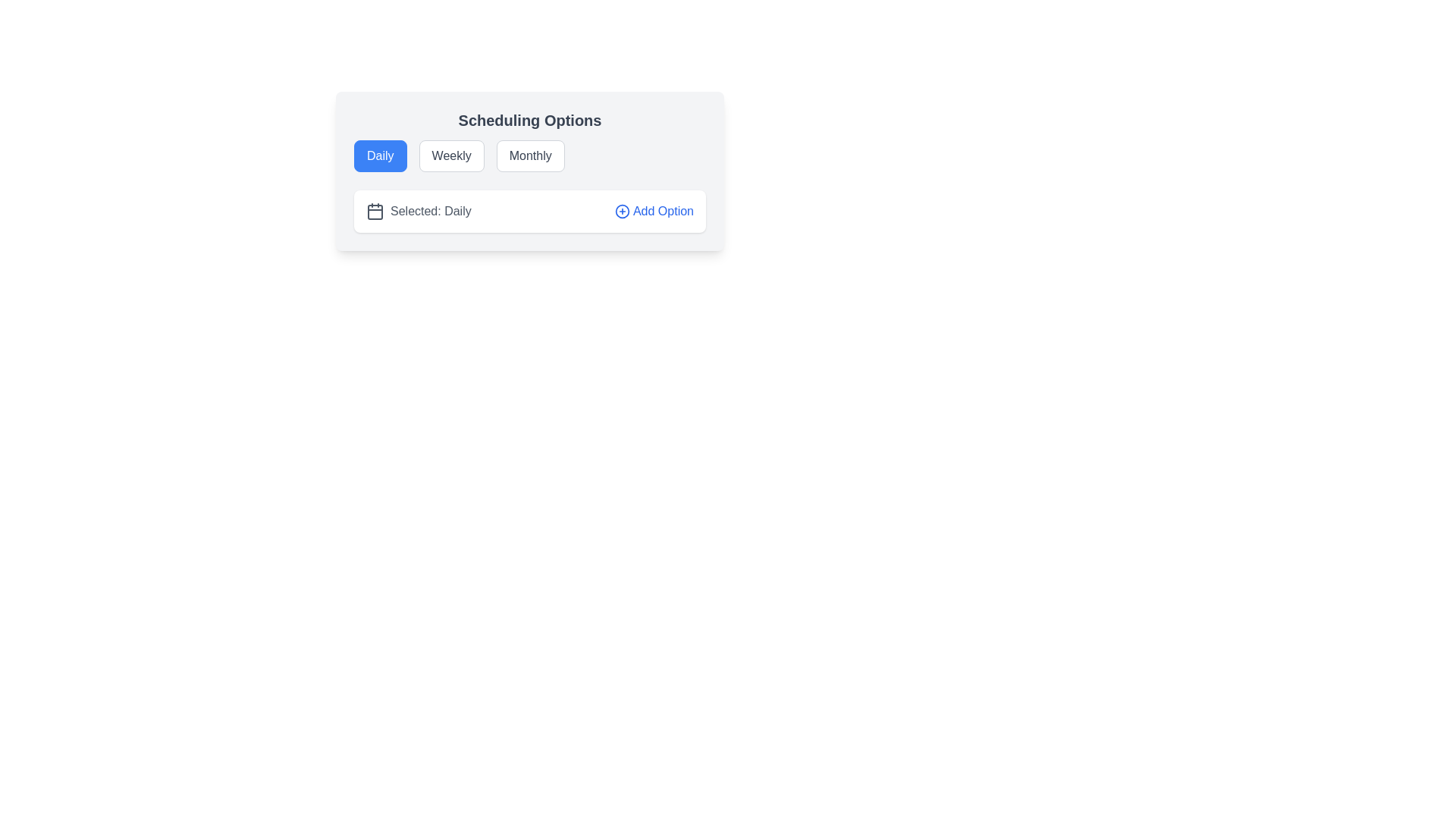 This screenshot has width=1456, height=819. Describe the element at coordinates (380, 155) in the screenshot. I see `the 'Daily' button, which has a blue background and white text` at that location.